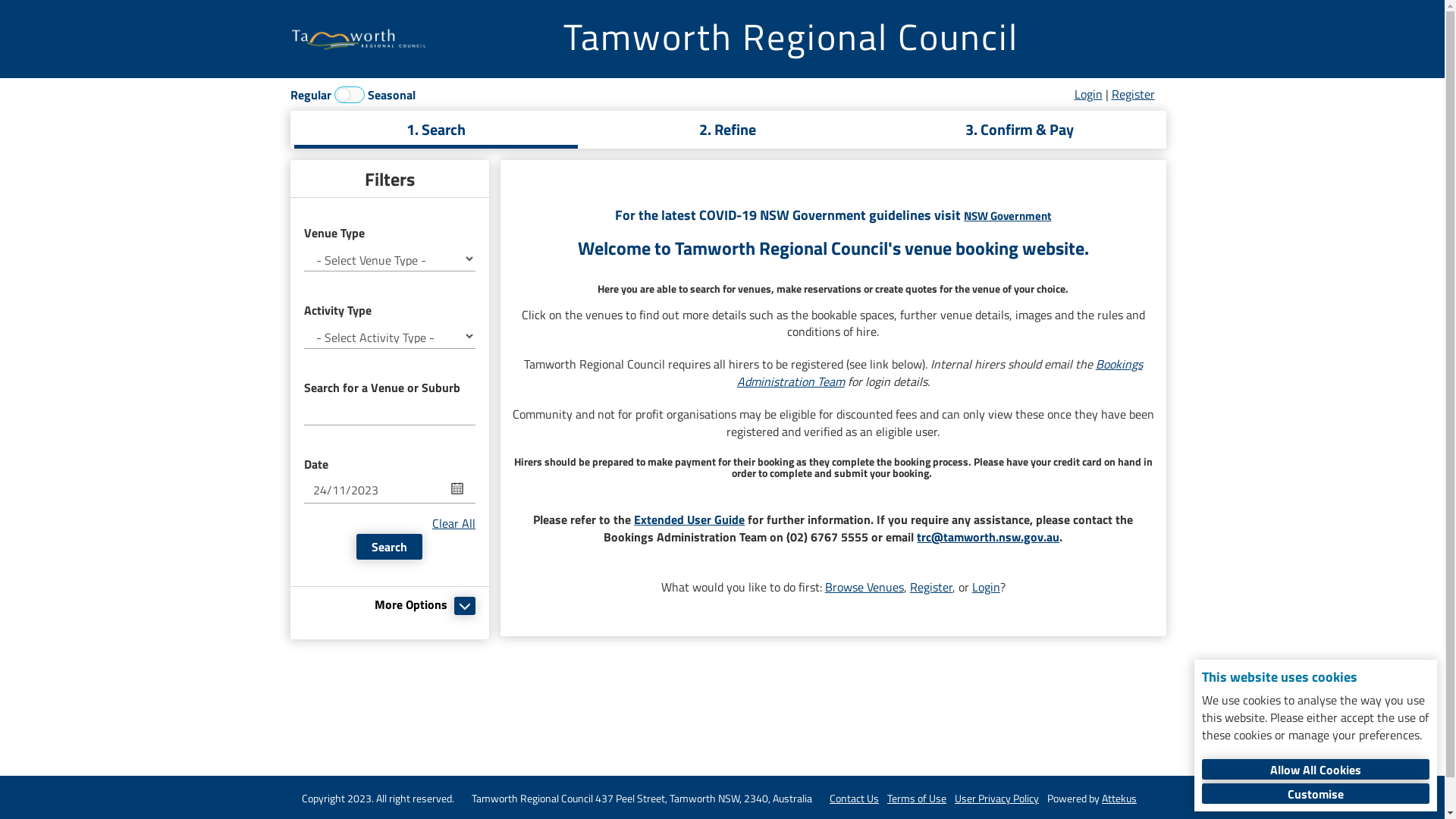 The height and width of the screenshot is (819, 1456). Describe the element at coordinates (413, 604) in the screenshot. I see `'More Options'` at that location.